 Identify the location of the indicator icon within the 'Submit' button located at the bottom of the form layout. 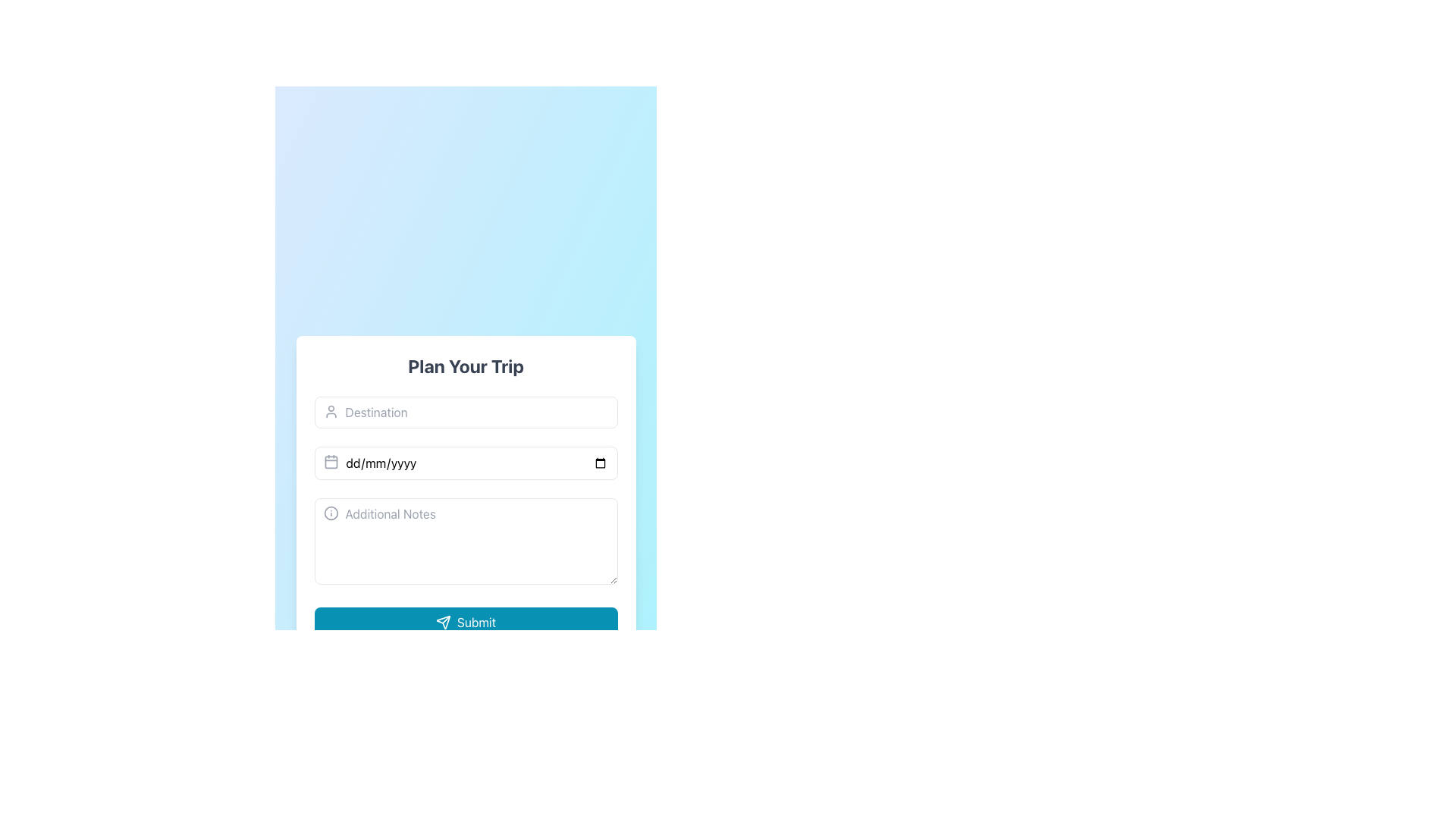
(442, 623).